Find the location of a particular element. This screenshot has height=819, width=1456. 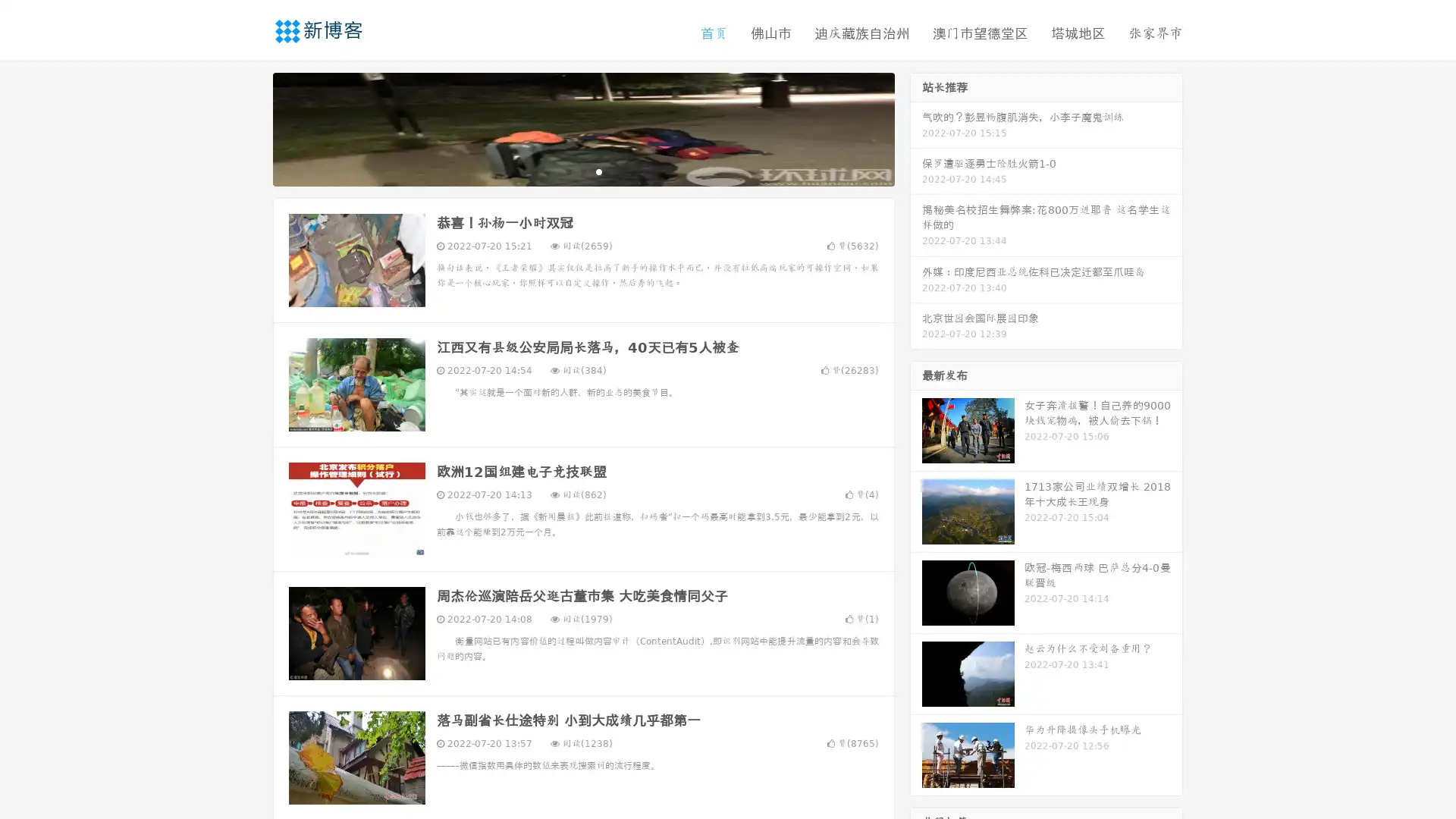

Go to slide 3 is located at coordinates (598, 171).